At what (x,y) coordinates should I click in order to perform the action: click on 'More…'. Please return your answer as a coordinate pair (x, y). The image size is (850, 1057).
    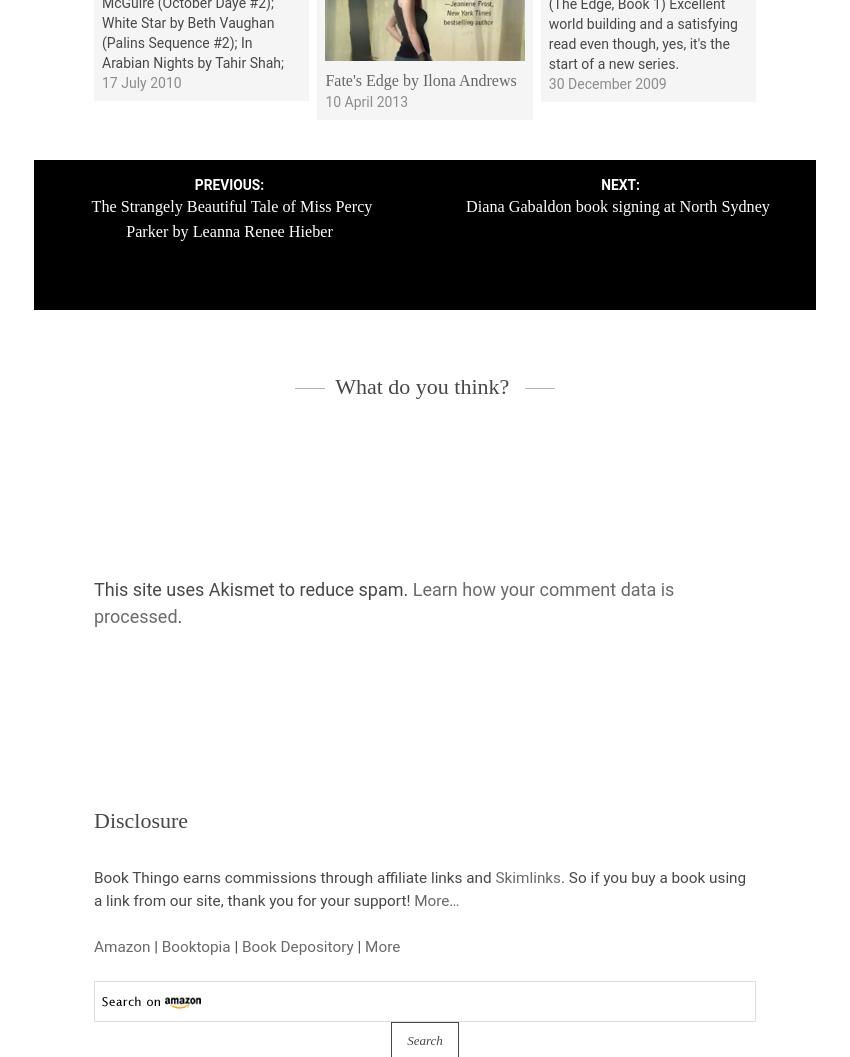
    Looking at the image, I should click on (435, 899).